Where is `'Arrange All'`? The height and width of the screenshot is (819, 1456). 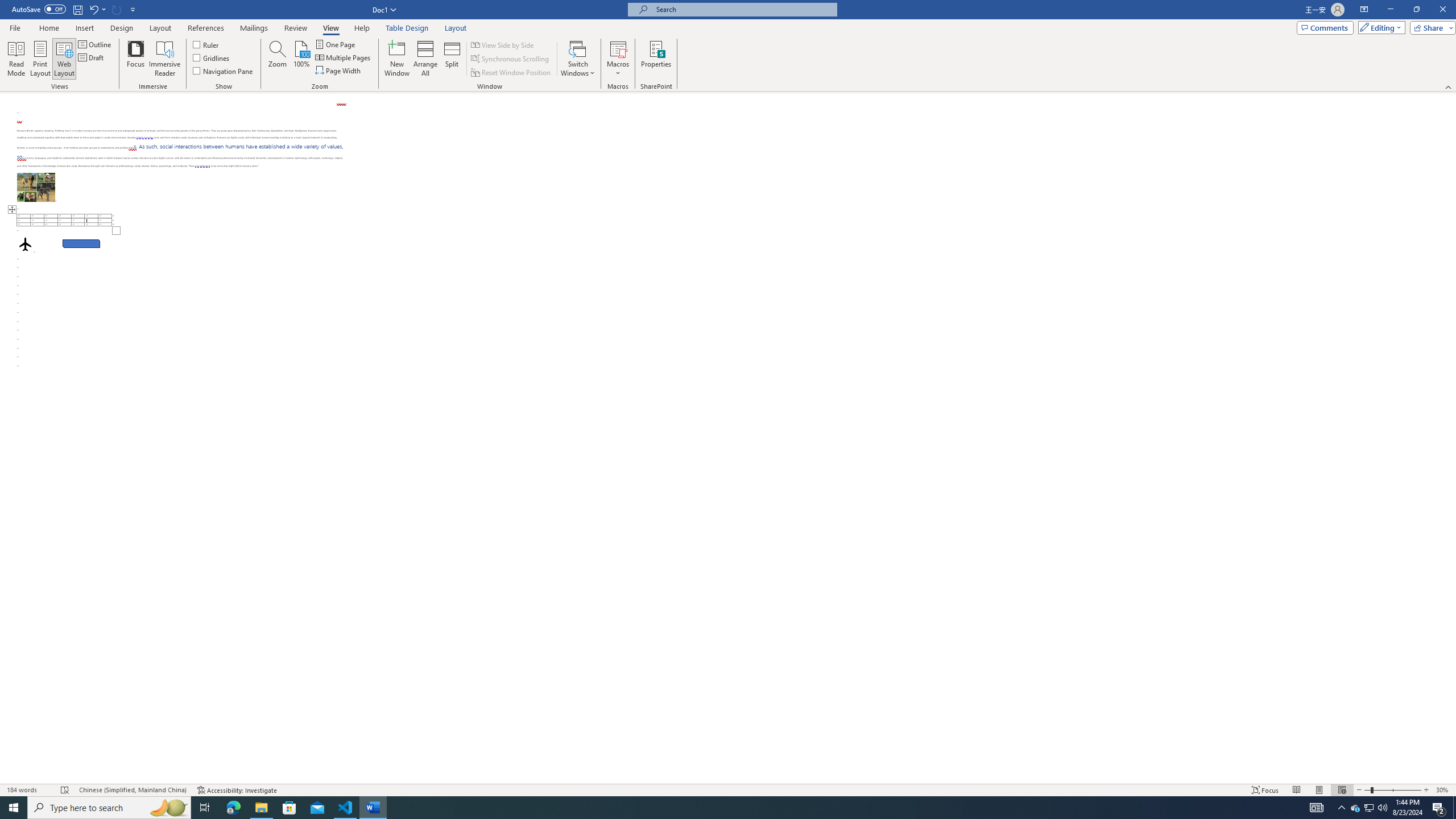 'Arrange All' is located at coordinates (425, 59).